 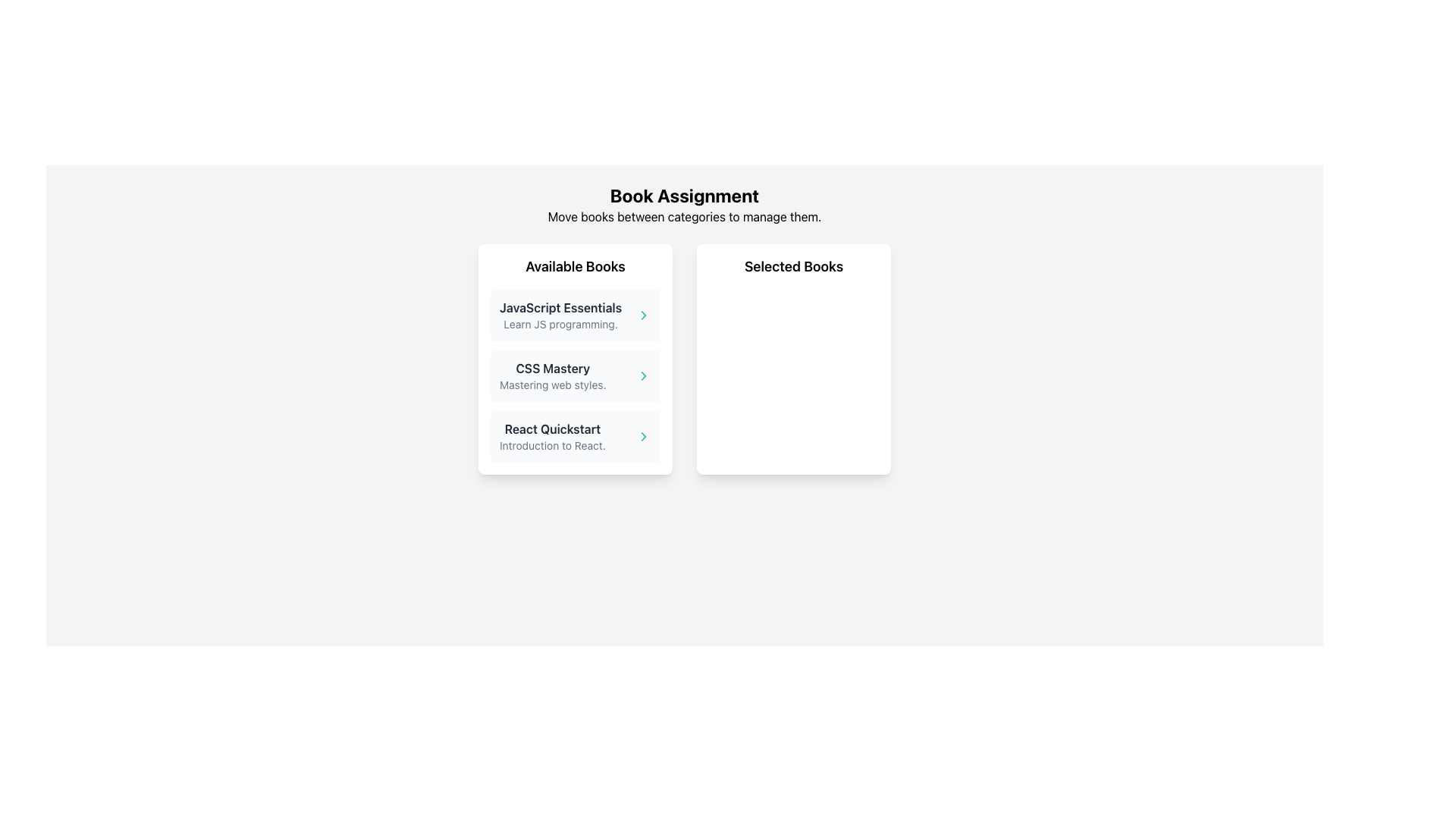 What do you see at coordinates (560, 315) in the screenshot?
I see `the first book item in the 'Available Books' section, which provides the title and description of the book, located on the left side of the layout` at bounding box center [560, 315].